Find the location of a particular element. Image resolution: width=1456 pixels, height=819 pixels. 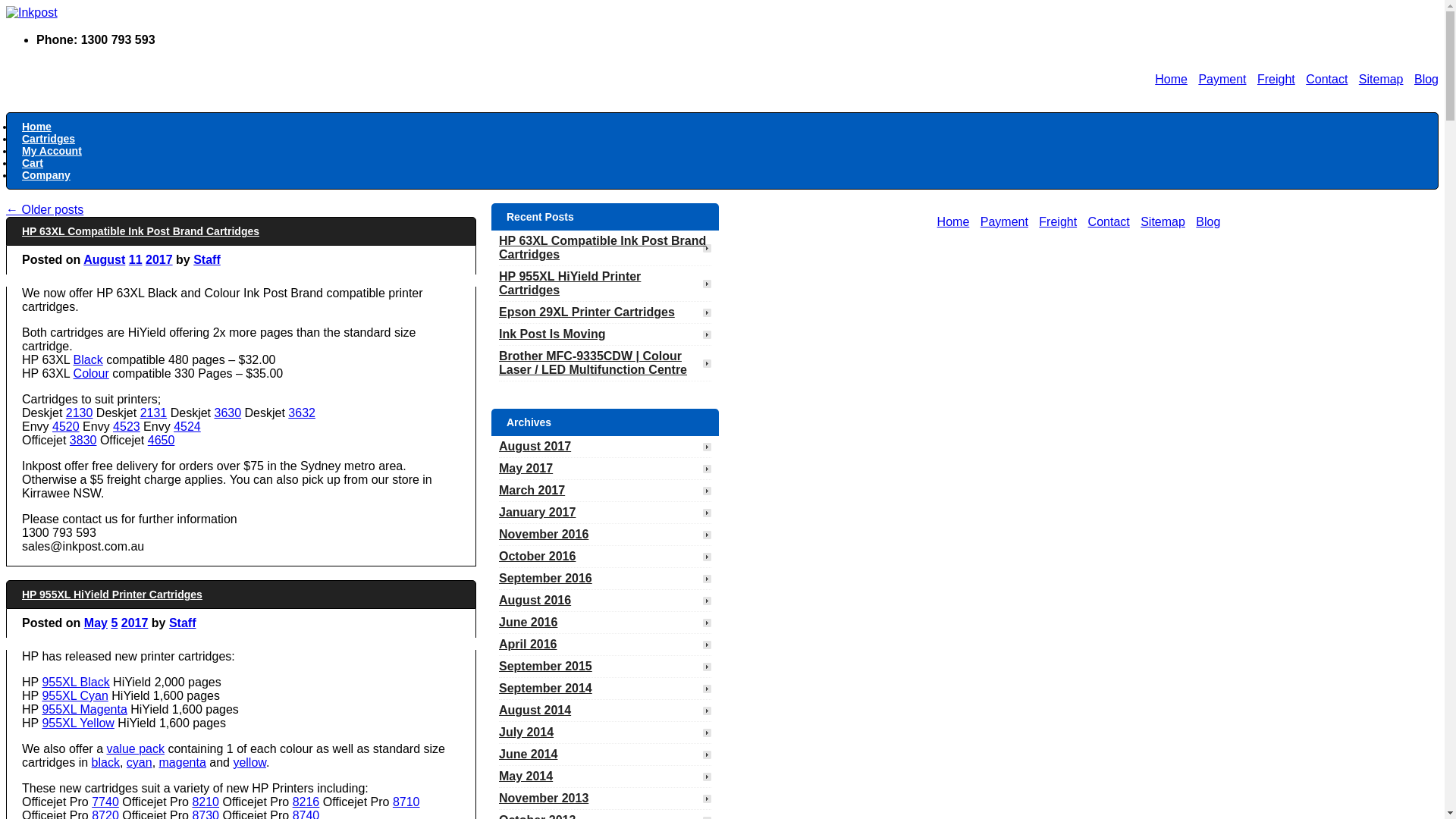

'May' is located at coordinates (95, 623).